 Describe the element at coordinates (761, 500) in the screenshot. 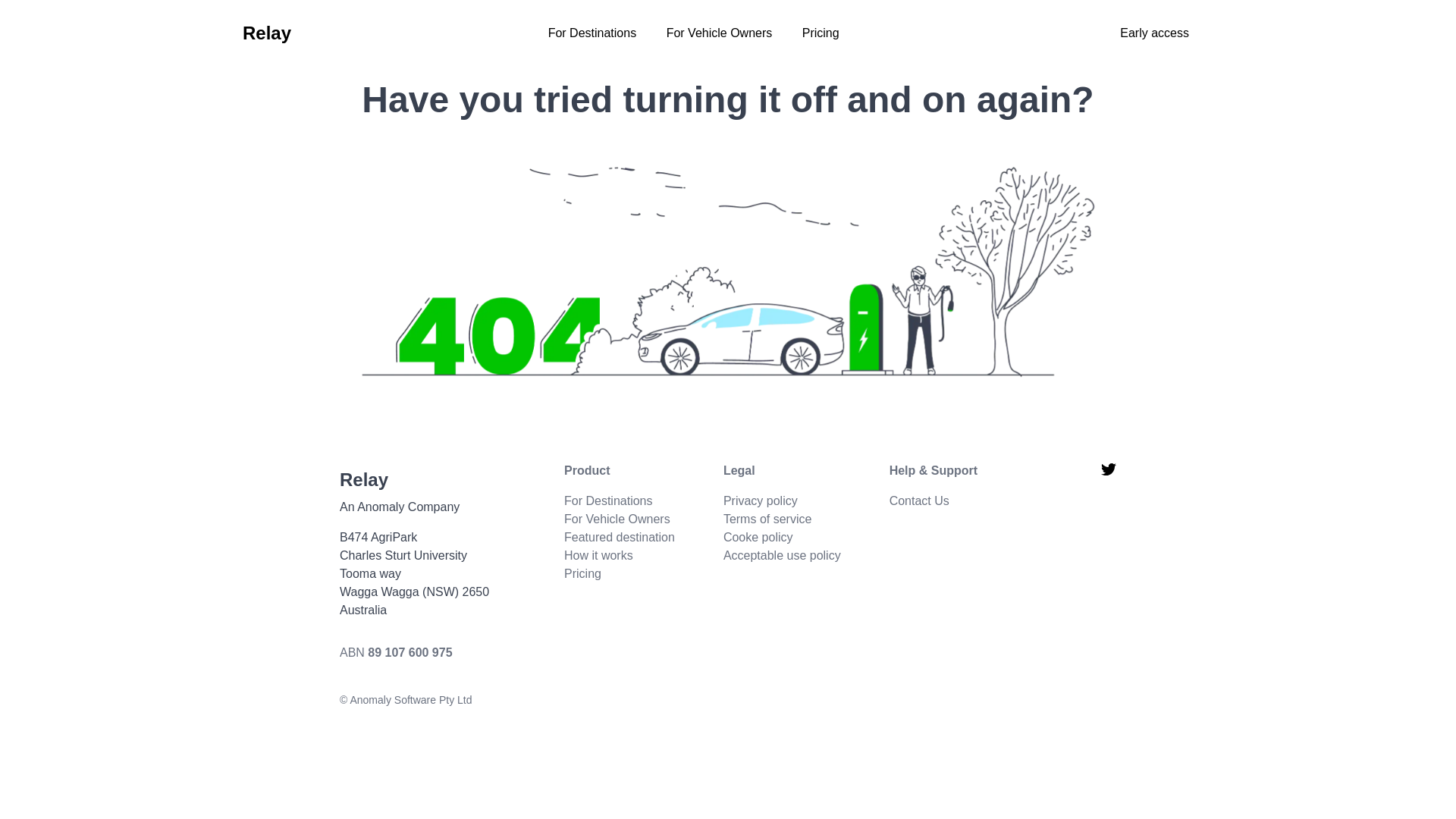

I see `'Privacy policy'` at that location.